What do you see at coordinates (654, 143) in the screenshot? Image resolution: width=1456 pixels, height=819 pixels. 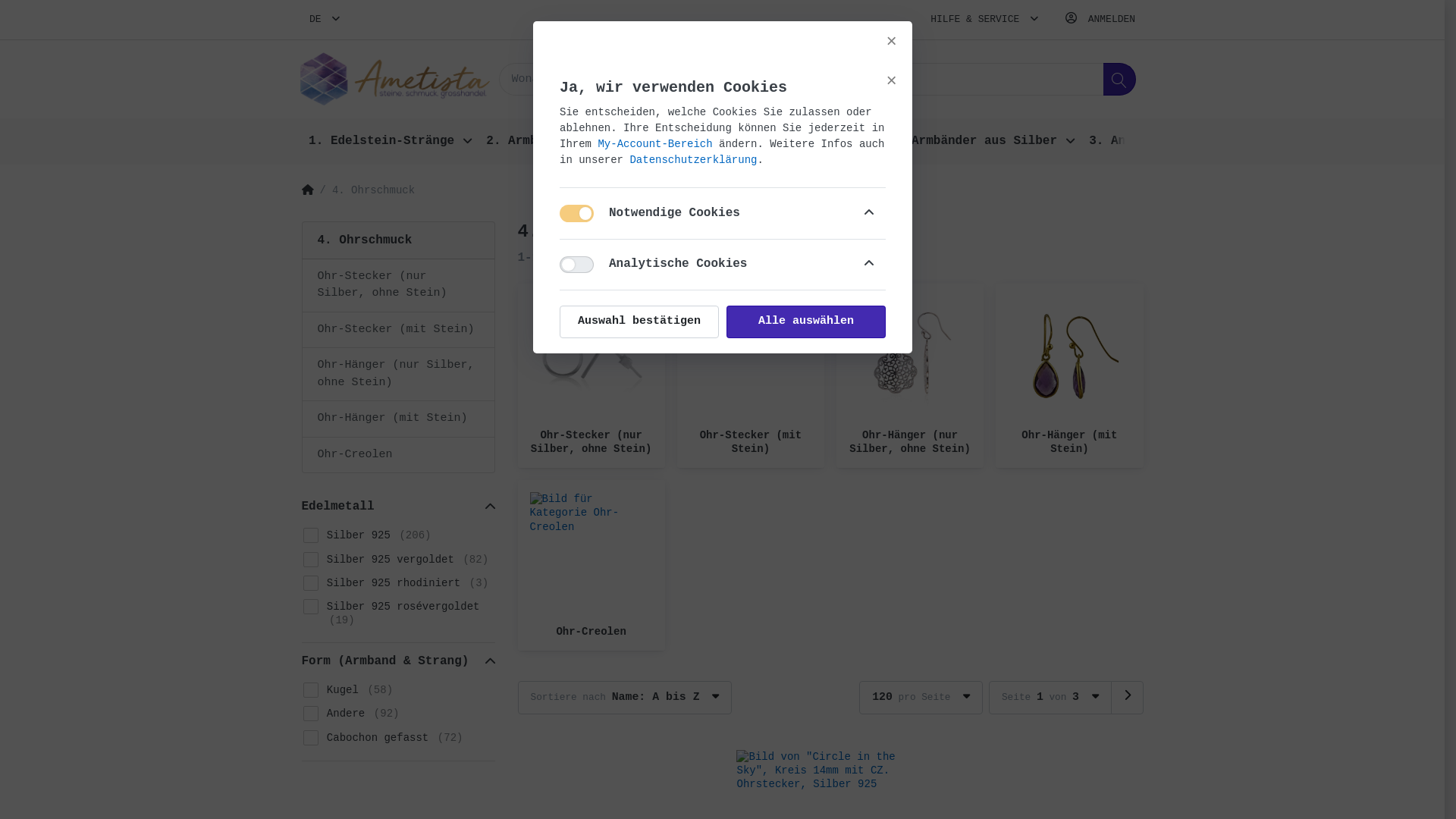 I see `'My-Account-Bereich'` at bounding box center [654, 143].